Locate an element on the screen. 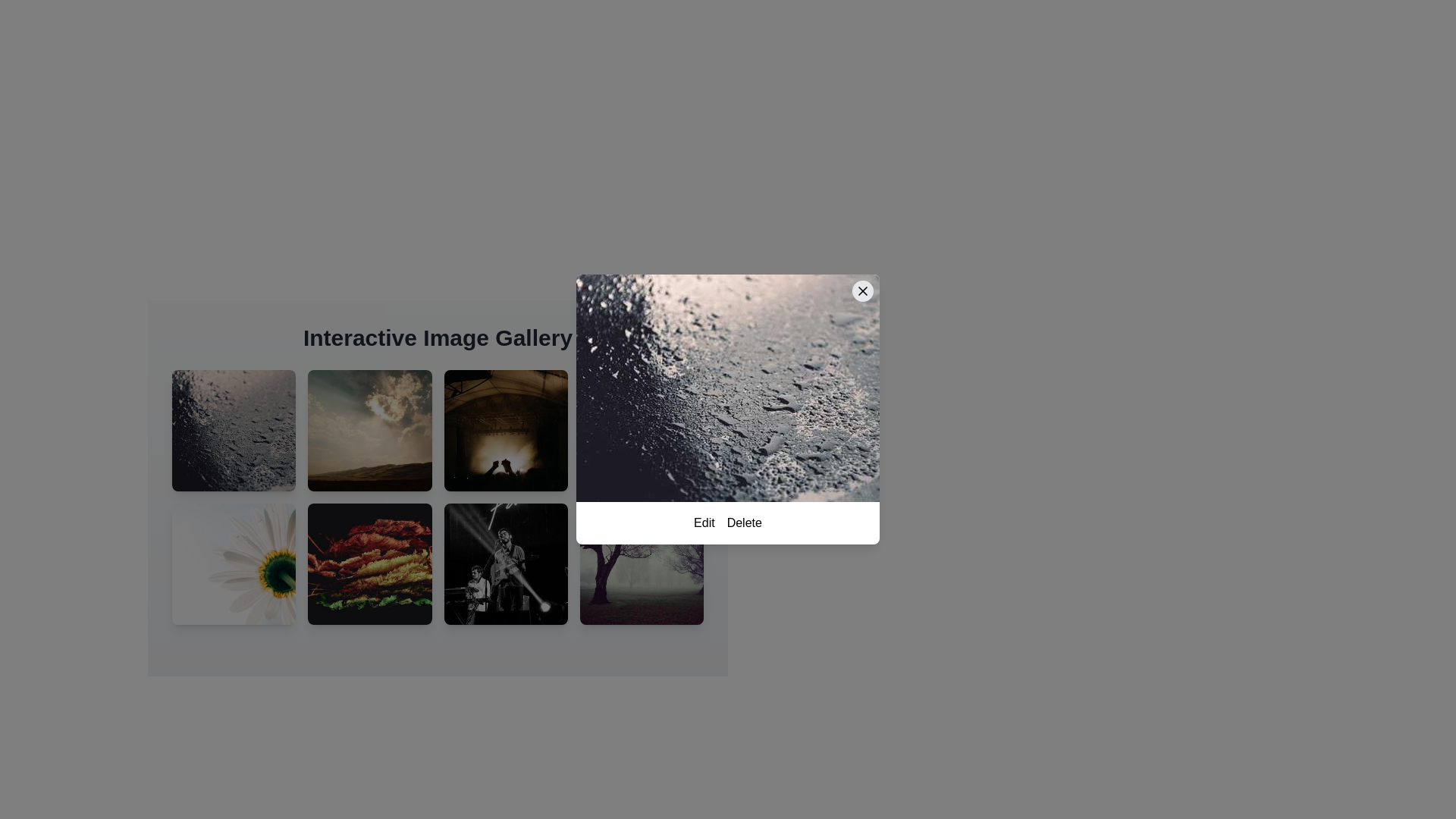 Image resolution: width=1456 pixels, height=819 pixels. the second clickable gallery image featuring a landscape with a cloudy sky is located at coordinates (369, 430).